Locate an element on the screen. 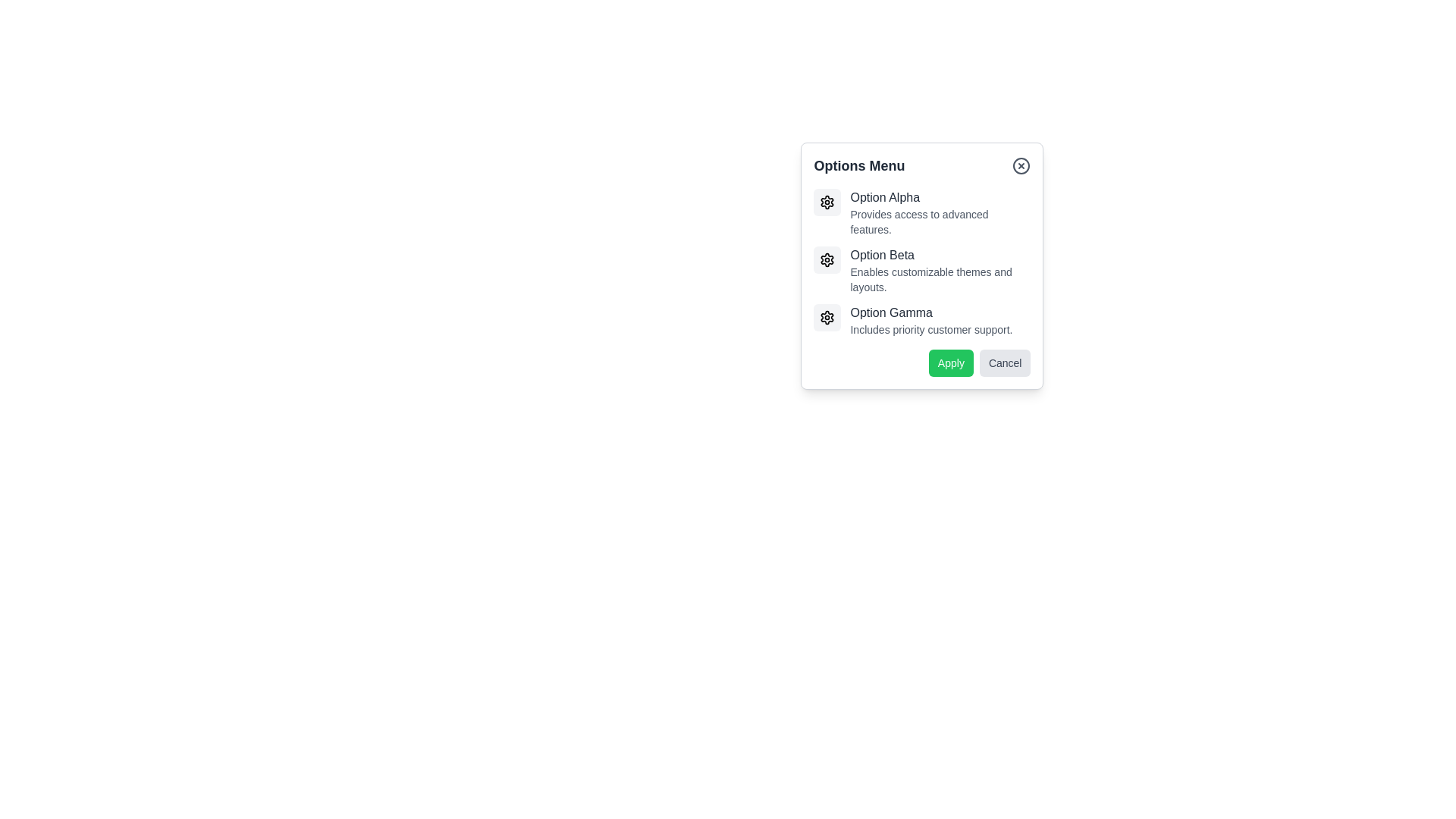  the option in the dropdown menu located below the 'Configure Options' button in the upper-right quadrant is located at coordinates (921, 265).